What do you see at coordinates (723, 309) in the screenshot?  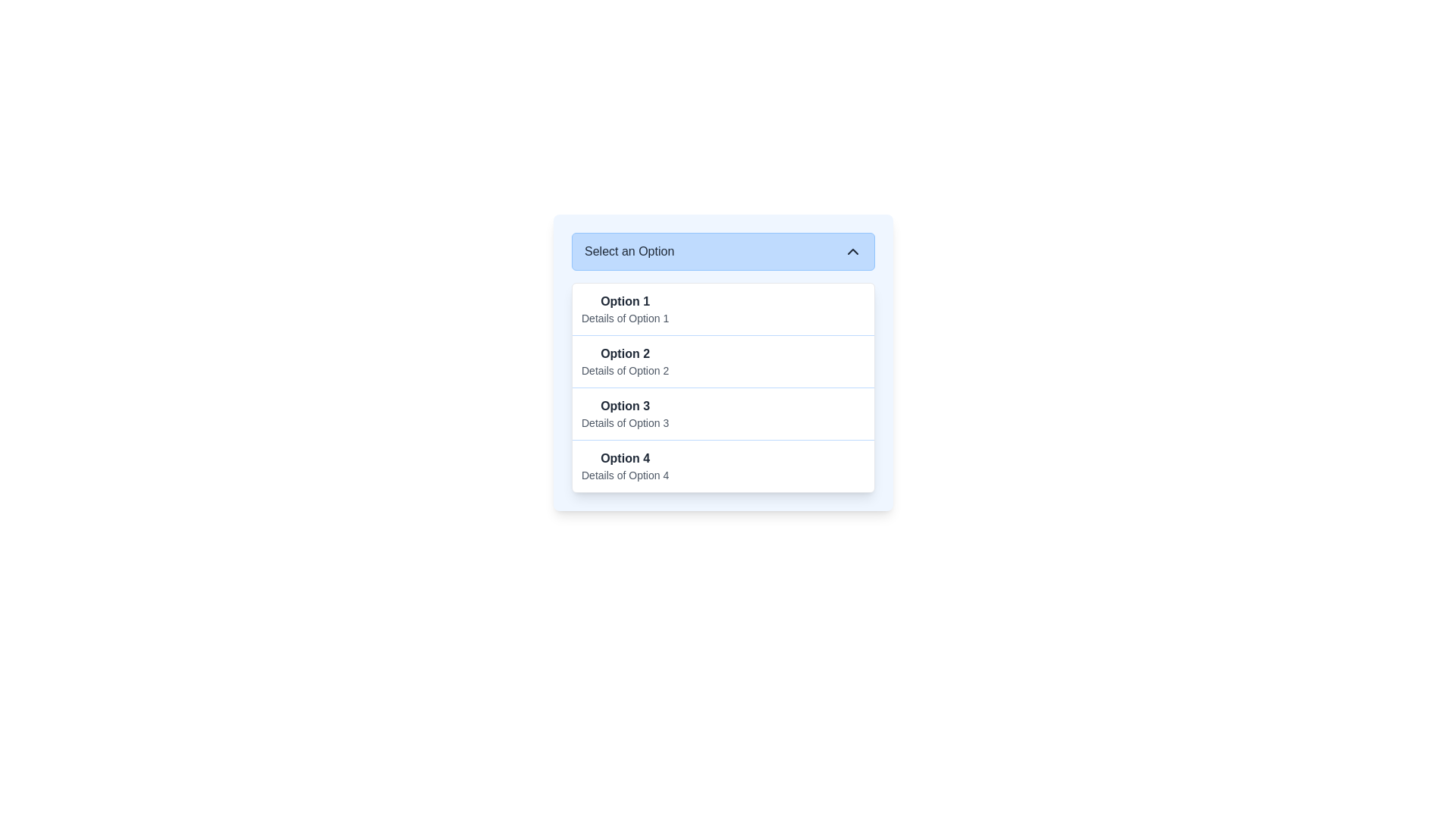 I see `the first selectable option in the dropdown menu labeled 'Select an Option'` at bounding box center [723, 309].